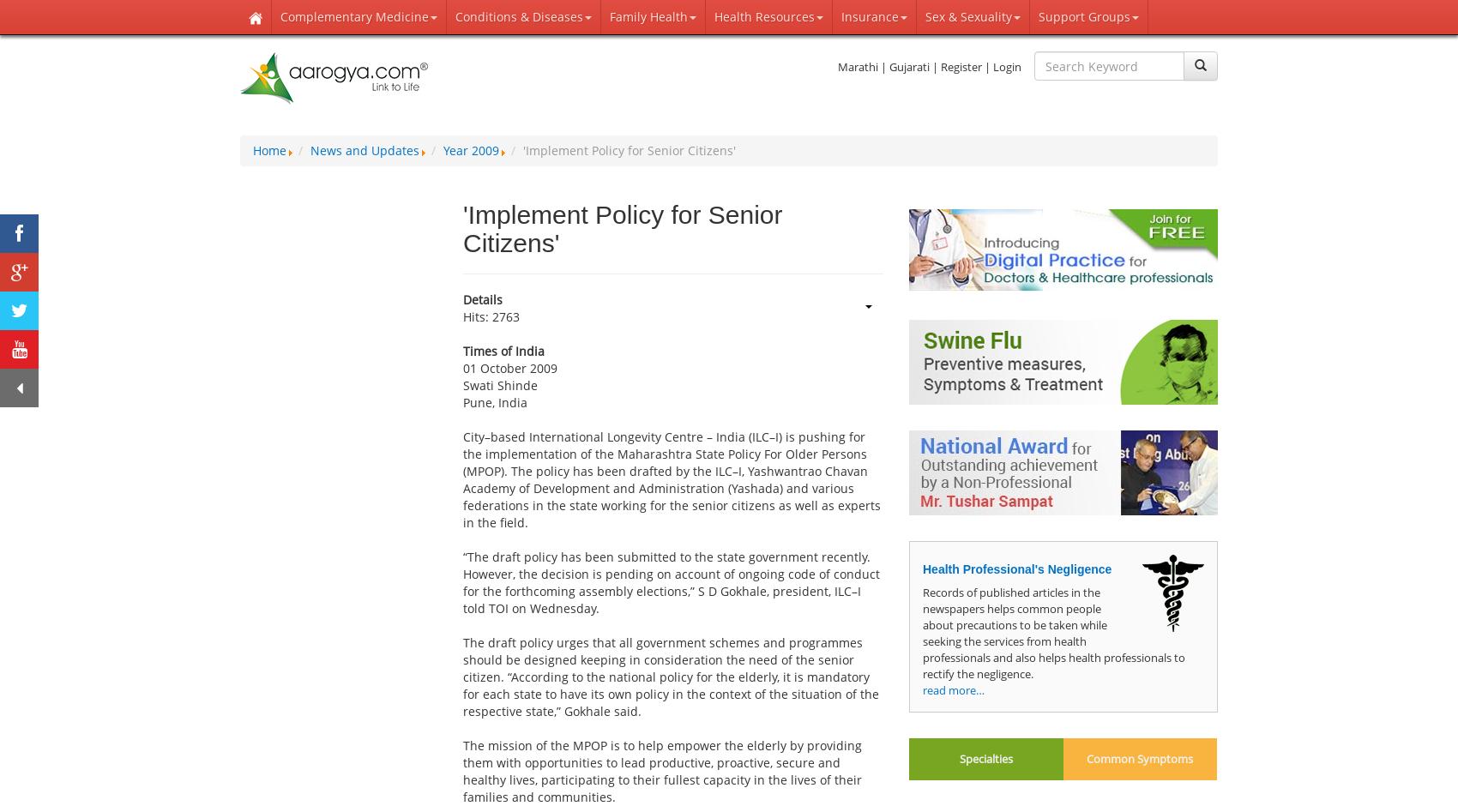 The width and height of the screenshot is (1458, 812). What do you see at coordinates (968, 16) in the screenshot?
I see `'Sex & Sexuality'` at bounding box center [968, 16].